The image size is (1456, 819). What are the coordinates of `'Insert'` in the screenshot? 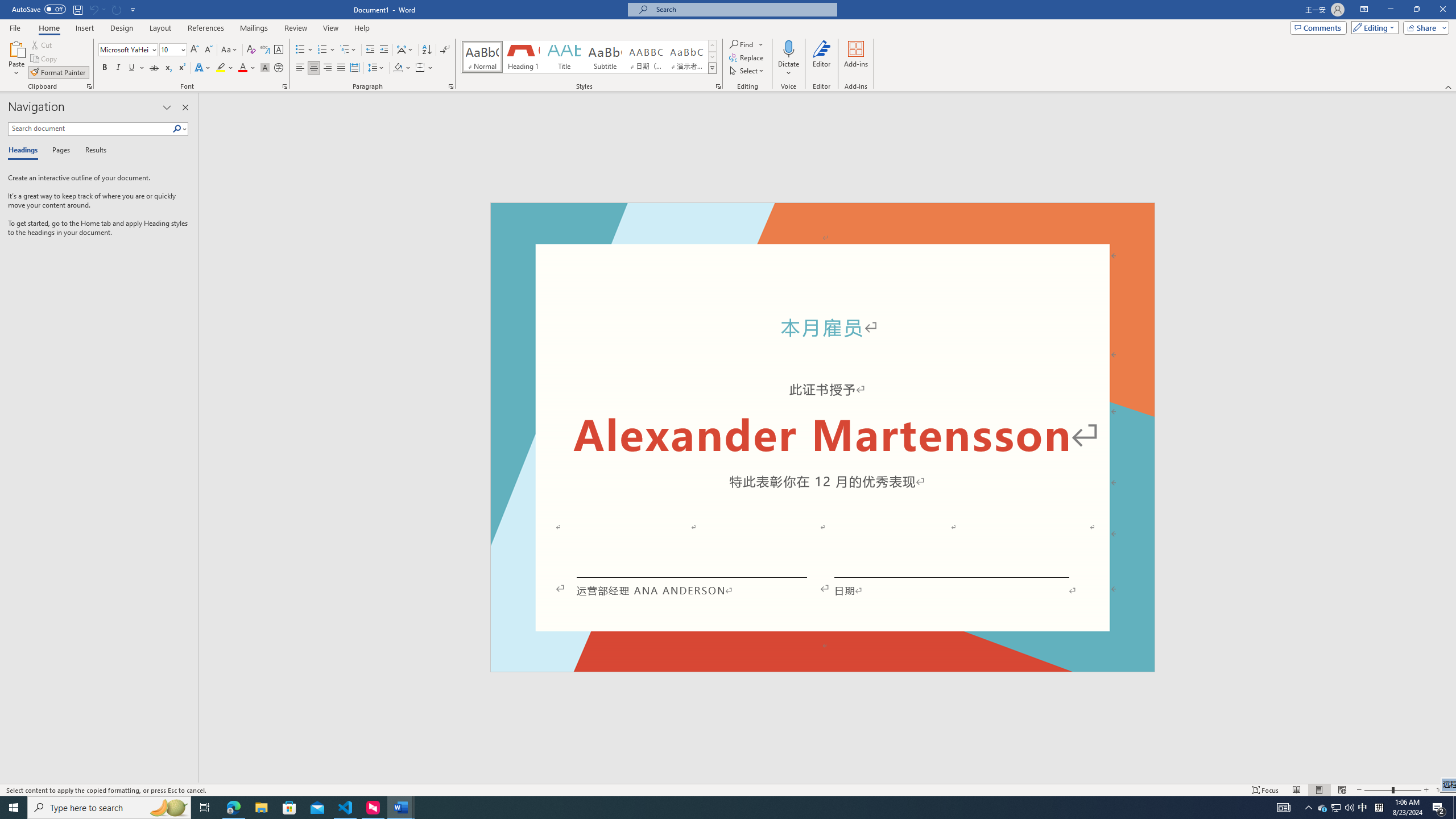 It's located at (84, 28).